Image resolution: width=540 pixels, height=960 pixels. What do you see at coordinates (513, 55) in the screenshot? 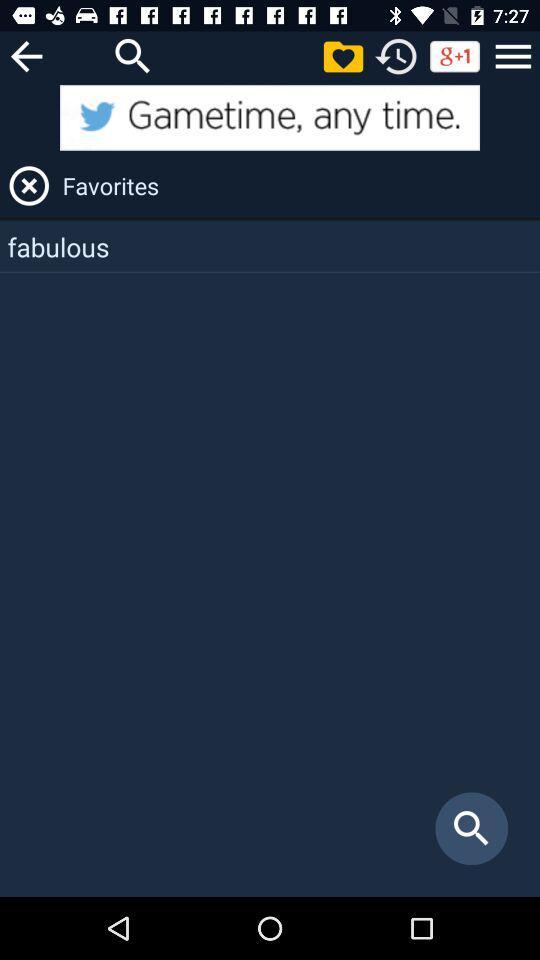
I see `list the options for action` at bounding box center [513, 55].